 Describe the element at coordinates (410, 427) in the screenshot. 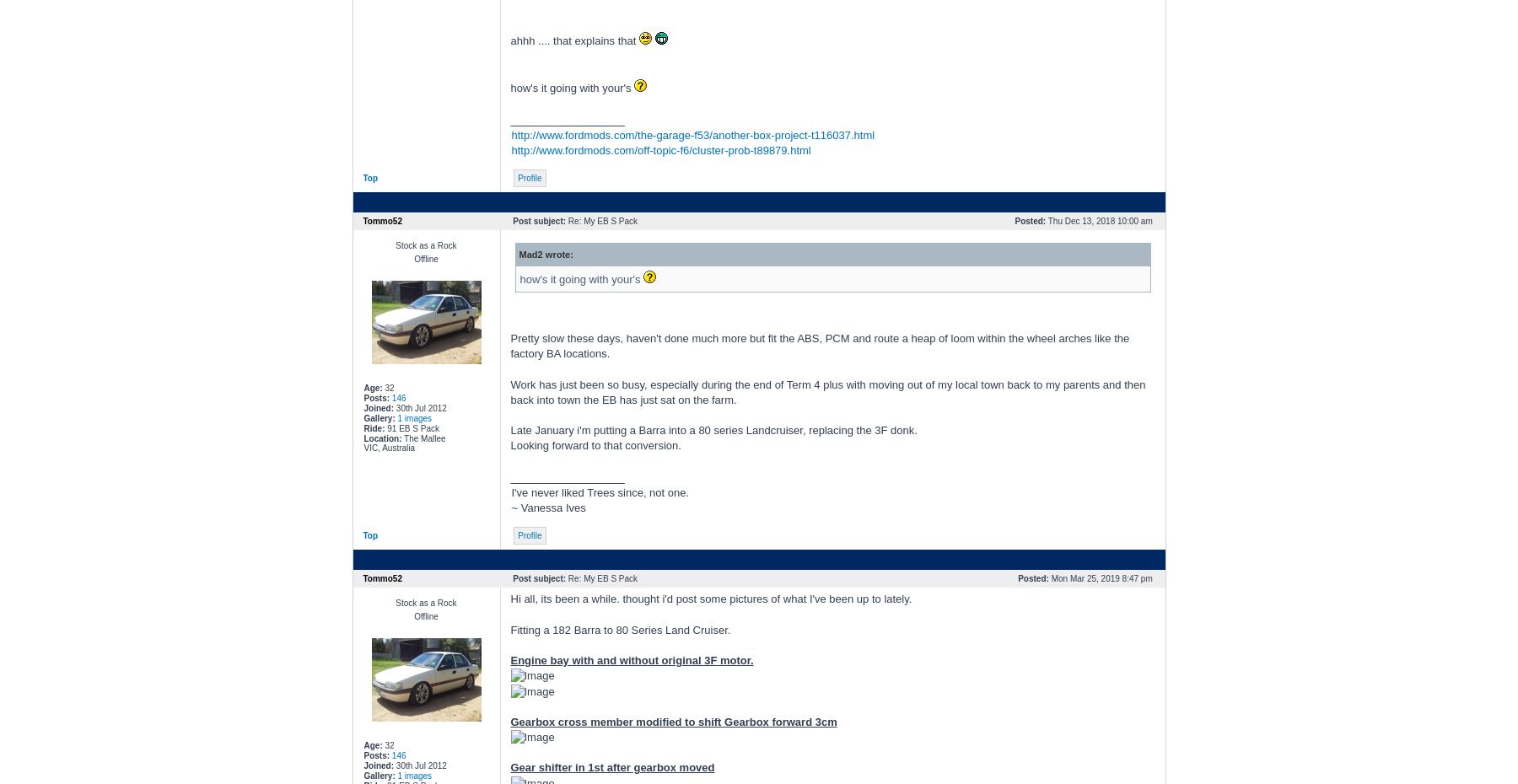

I see `'91 EB S Pack'` at that location.